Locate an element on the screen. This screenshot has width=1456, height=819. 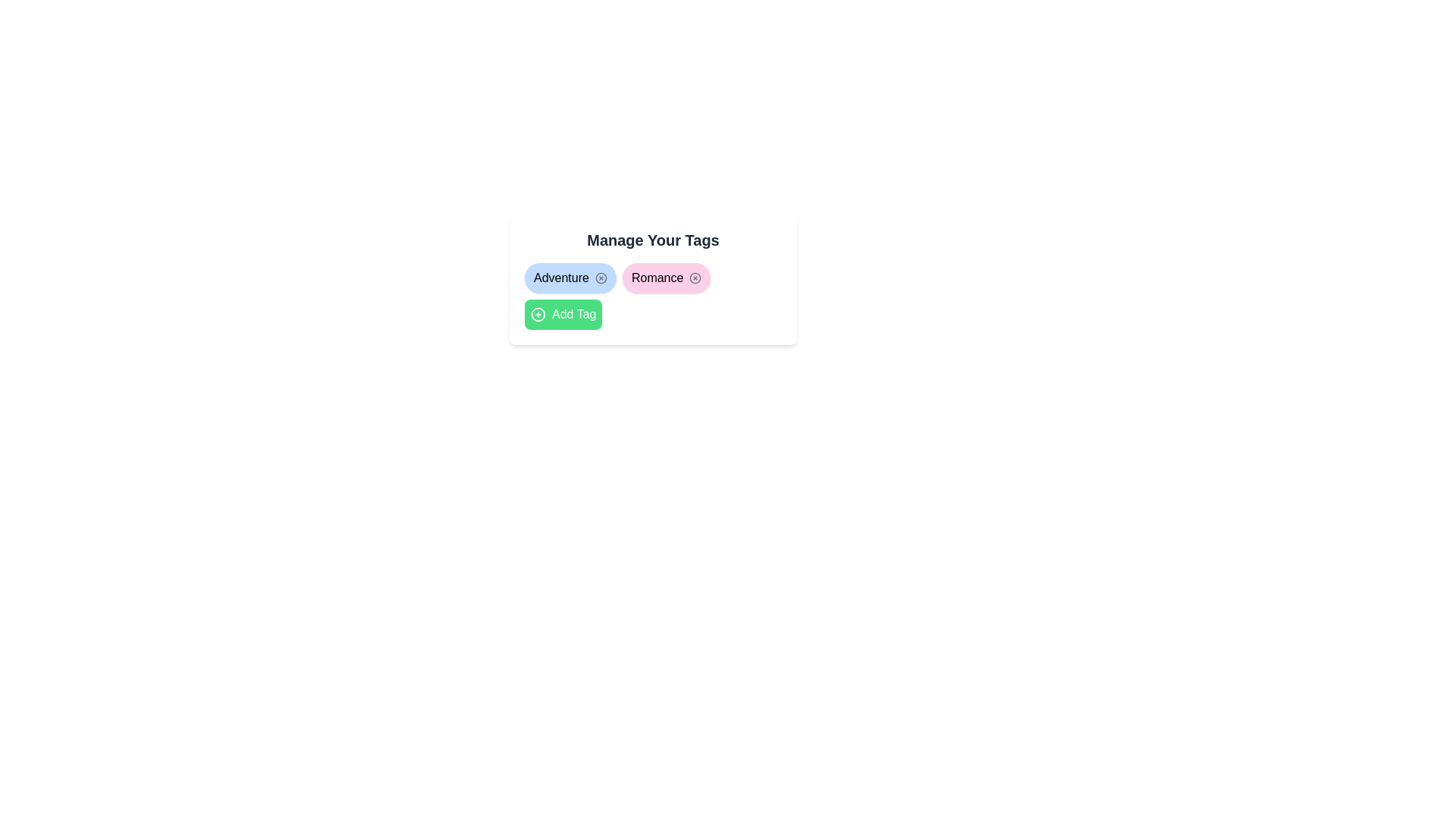
the 'Add Tag' button to add a new tag is located at coordinates (563, 314).